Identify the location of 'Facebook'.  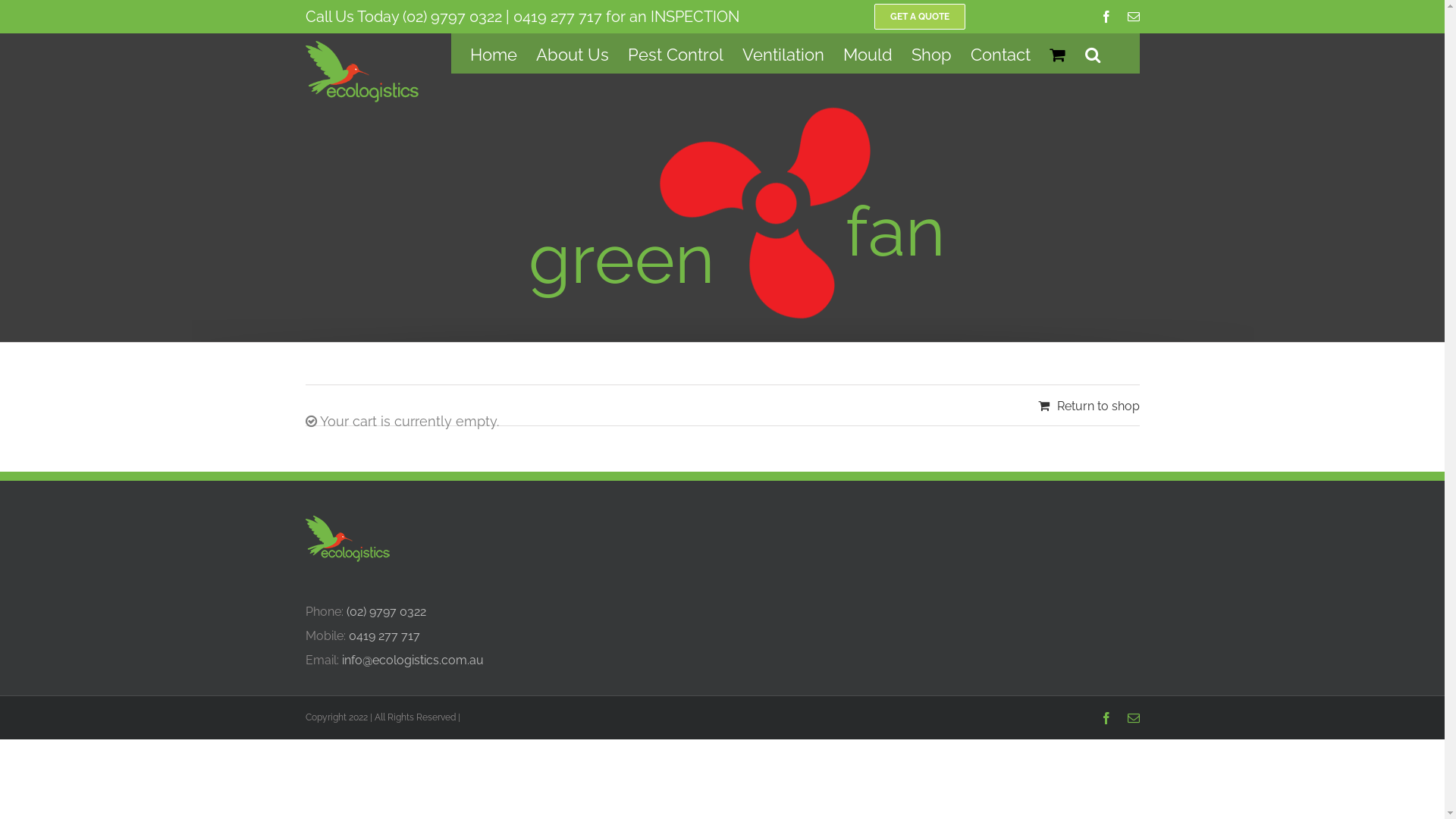
(1106, 17).